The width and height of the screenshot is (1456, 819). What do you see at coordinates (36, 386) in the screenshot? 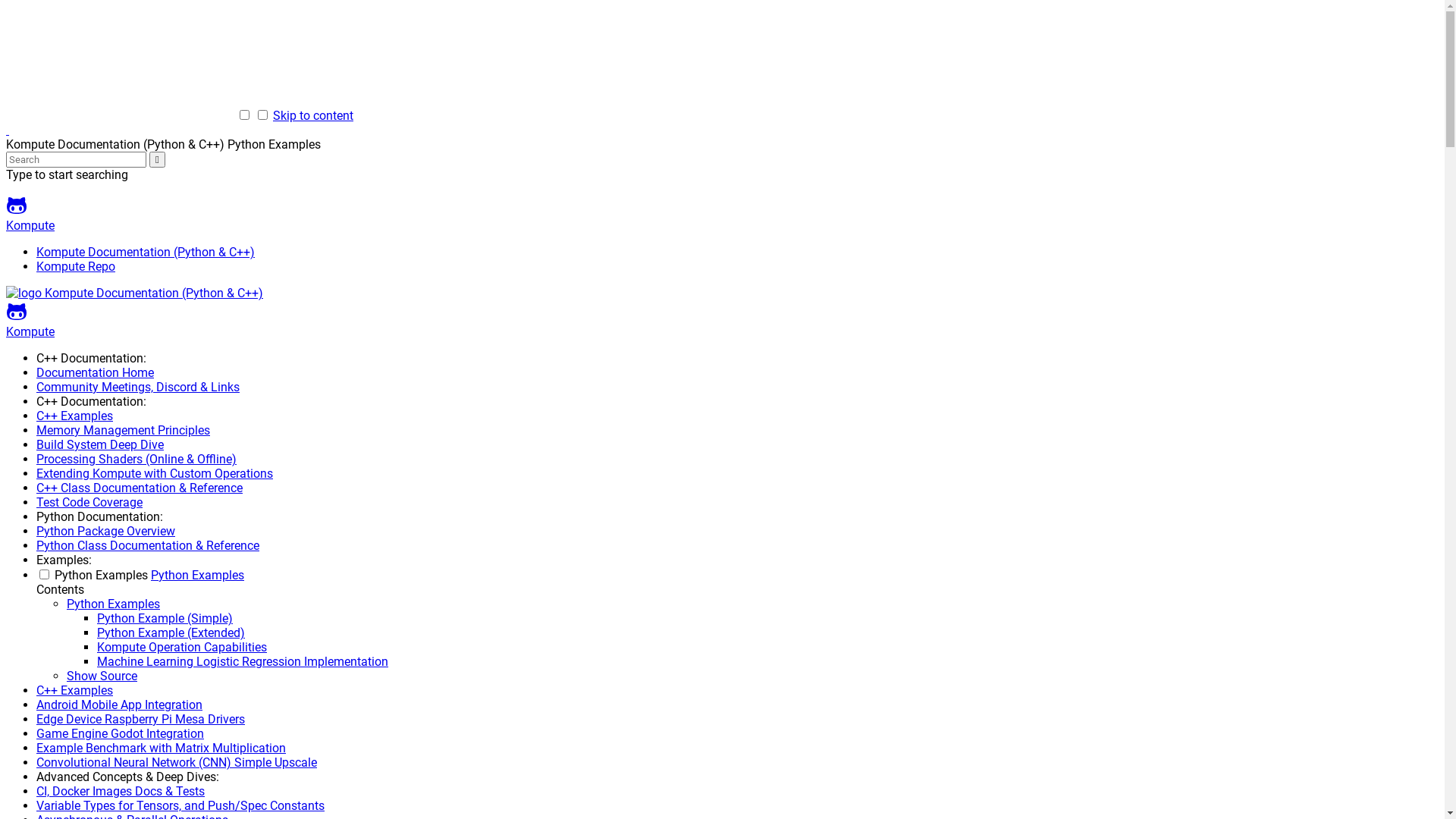
I see `'Community Meetings, Discord & Links'` at bounding box center [36, 386].